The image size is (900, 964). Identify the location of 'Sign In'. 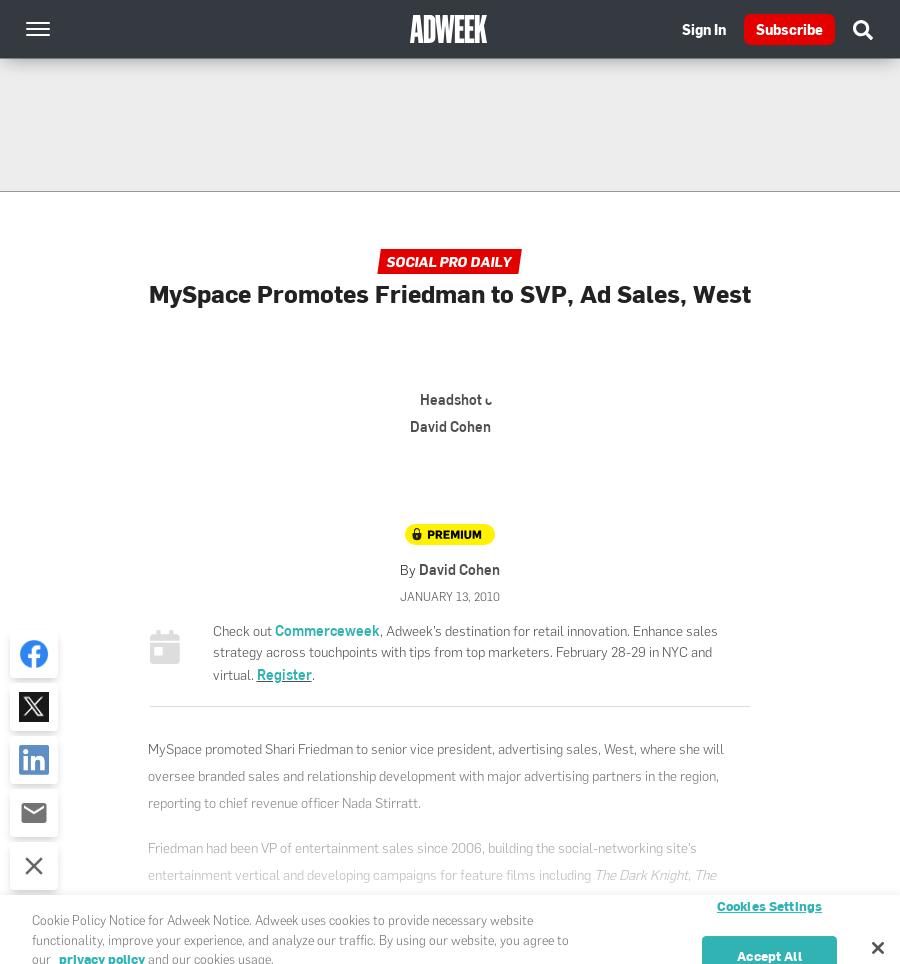
(681, 27).